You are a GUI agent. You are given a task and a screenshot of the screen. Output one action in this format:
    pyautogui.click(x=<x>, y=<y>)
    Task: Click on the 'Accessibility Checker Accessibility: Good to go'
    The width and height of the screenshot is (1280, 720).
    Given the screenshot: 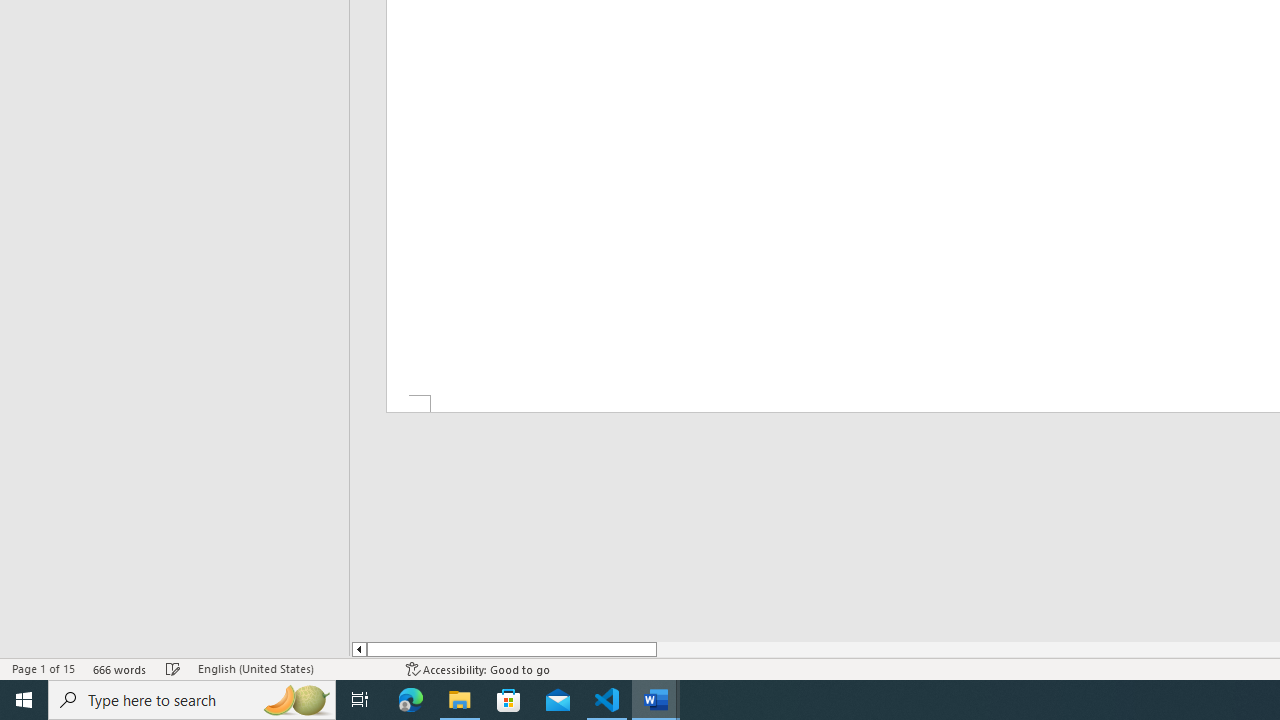 What is the action you would take?
    pyautogui.click(x=477, y=669)
    